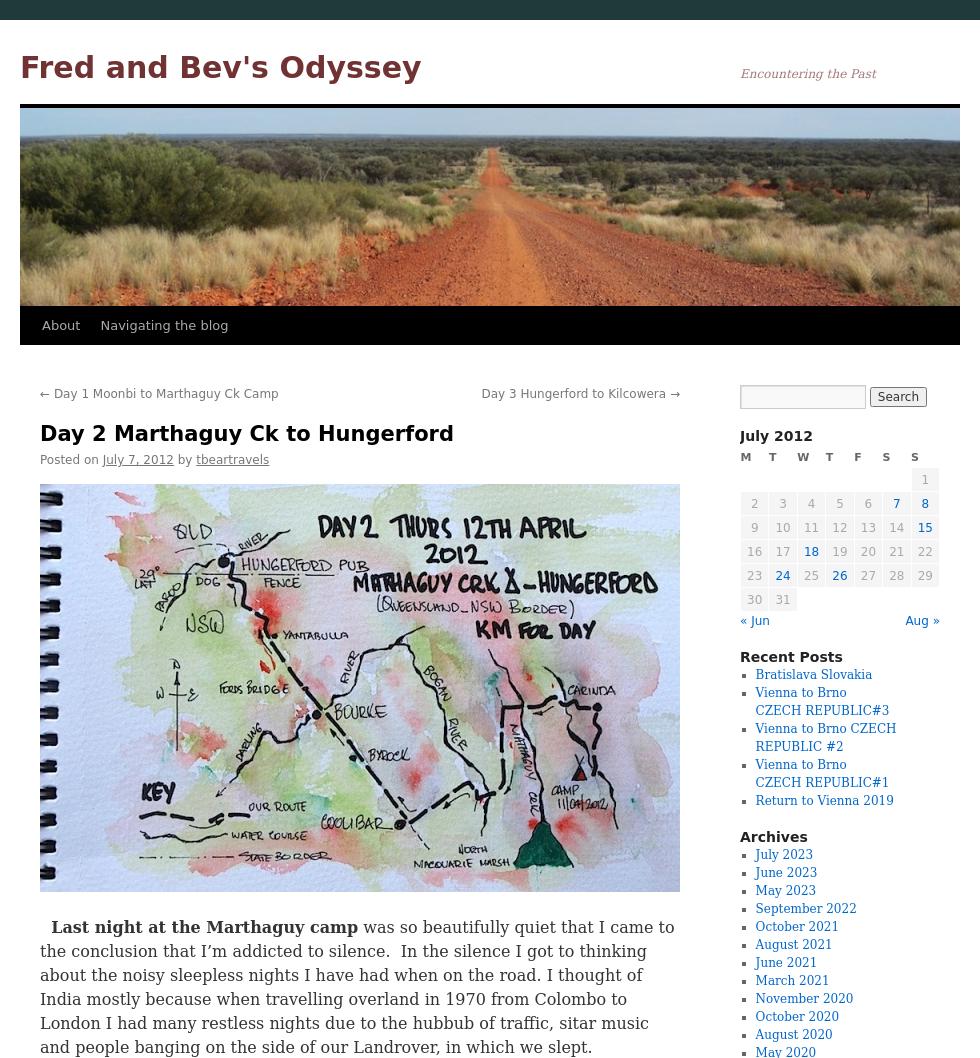 The width and height of the screenshot is (980, 1058). What do you see at coordinates (793, 945) in the screenshot?
I see `'August 2021'` at bounding box center [793, 945].